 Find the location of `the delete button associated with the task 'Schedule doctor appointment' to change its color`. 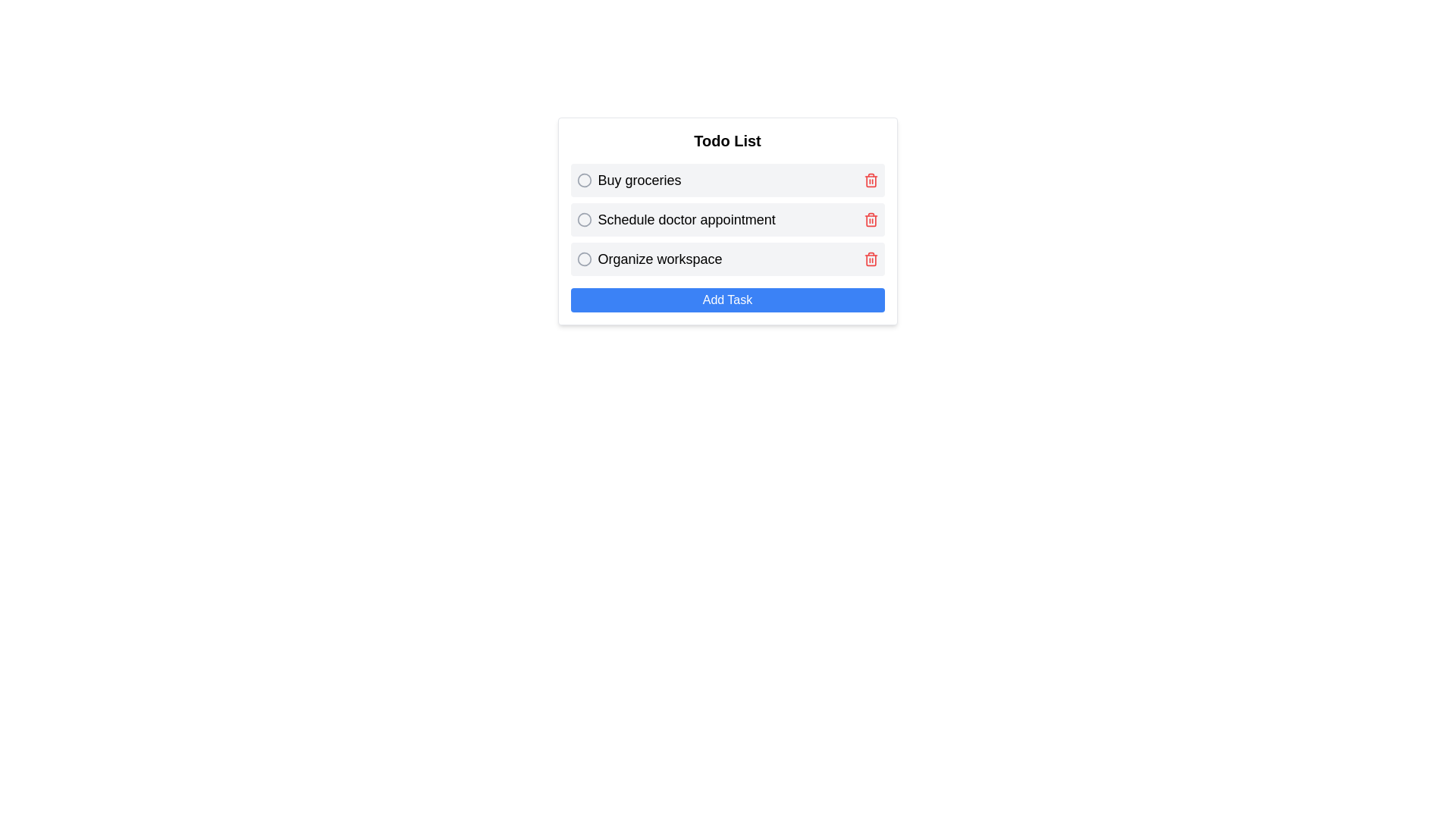

the delete button associated with the task 'Schedule doctor appointment' to change its color is located at coordinates (871, 219).